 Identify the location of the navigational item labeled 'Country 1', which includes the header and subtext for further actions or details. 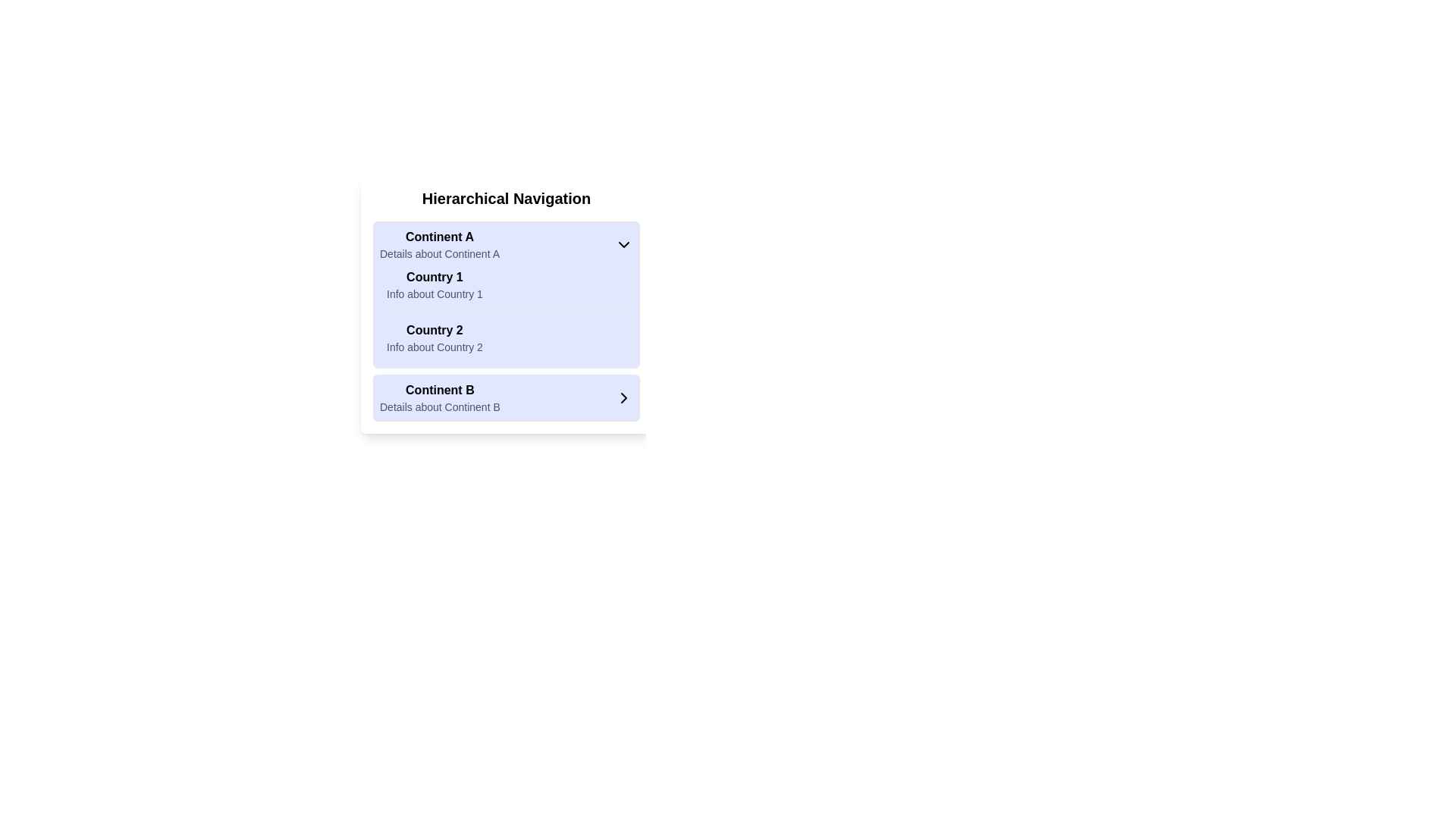
(434, 284).